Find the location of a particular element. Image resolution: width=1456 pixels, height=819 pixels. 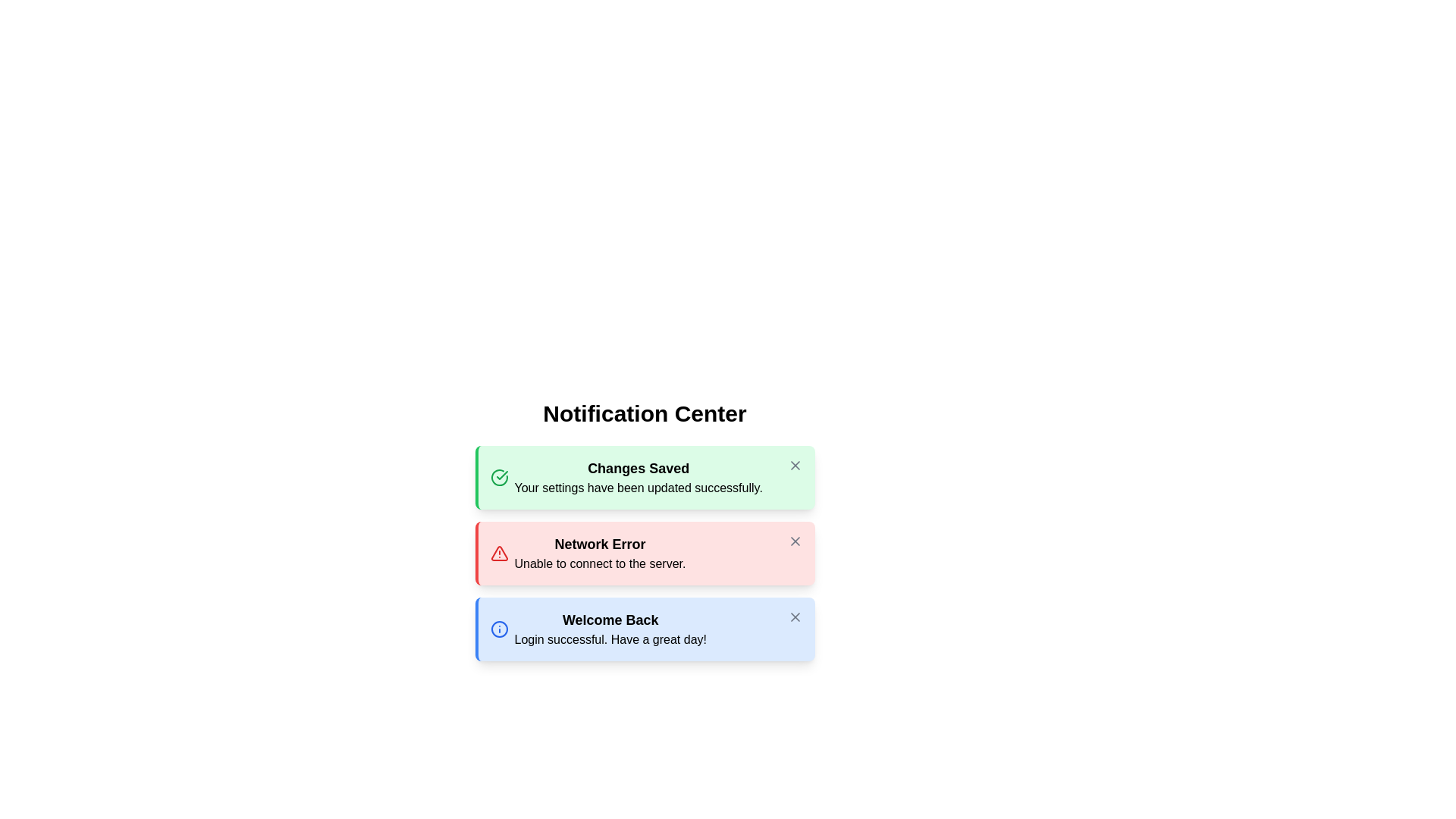

text 'Welcome Back' displayed in bold, large font style at the top-center of the last notification card in the Notification Center is located at coordinates (610, 620).